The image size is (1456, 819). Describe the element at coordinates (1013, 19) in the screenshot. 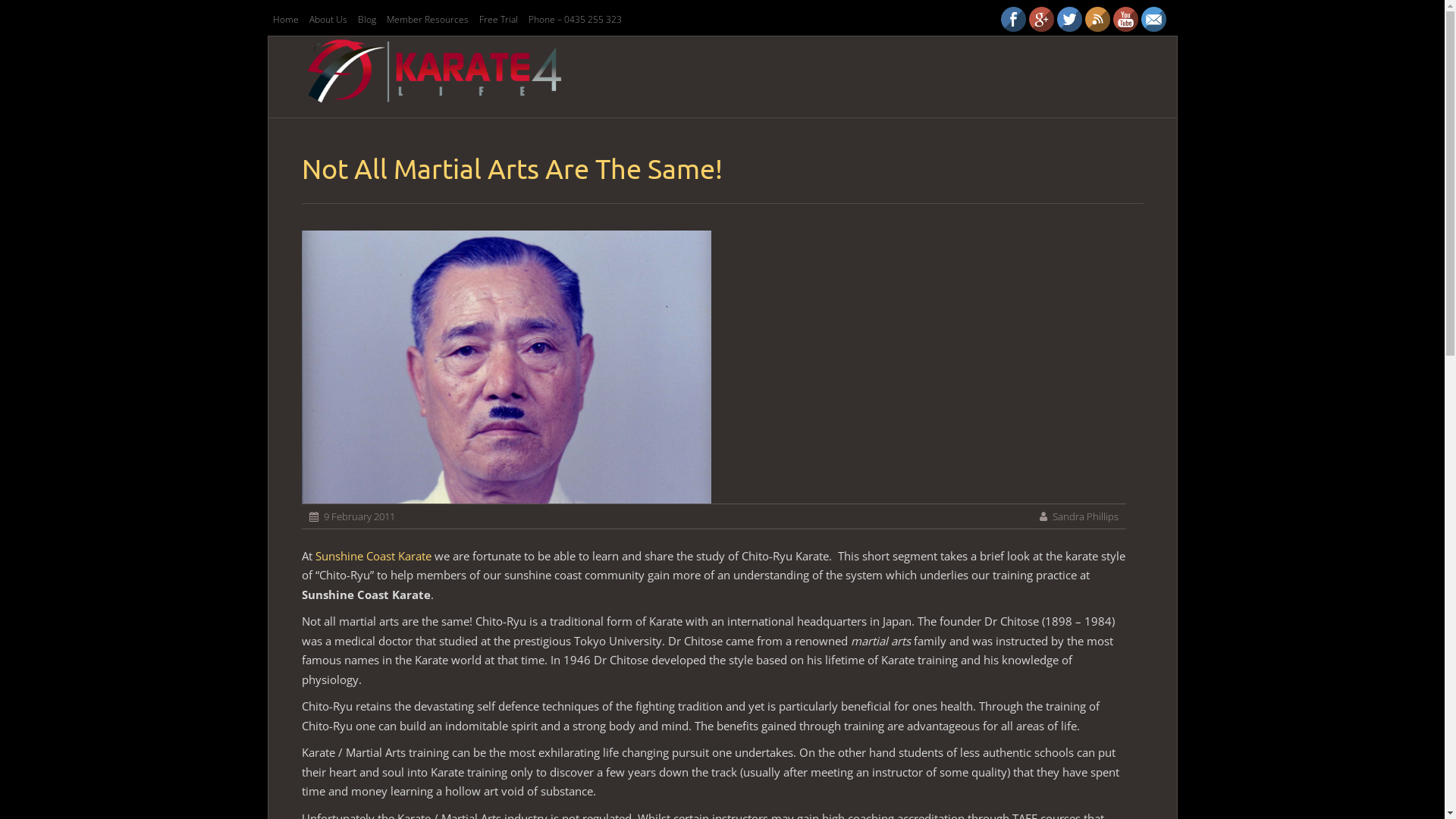

I see `'Facebook'` at that location.